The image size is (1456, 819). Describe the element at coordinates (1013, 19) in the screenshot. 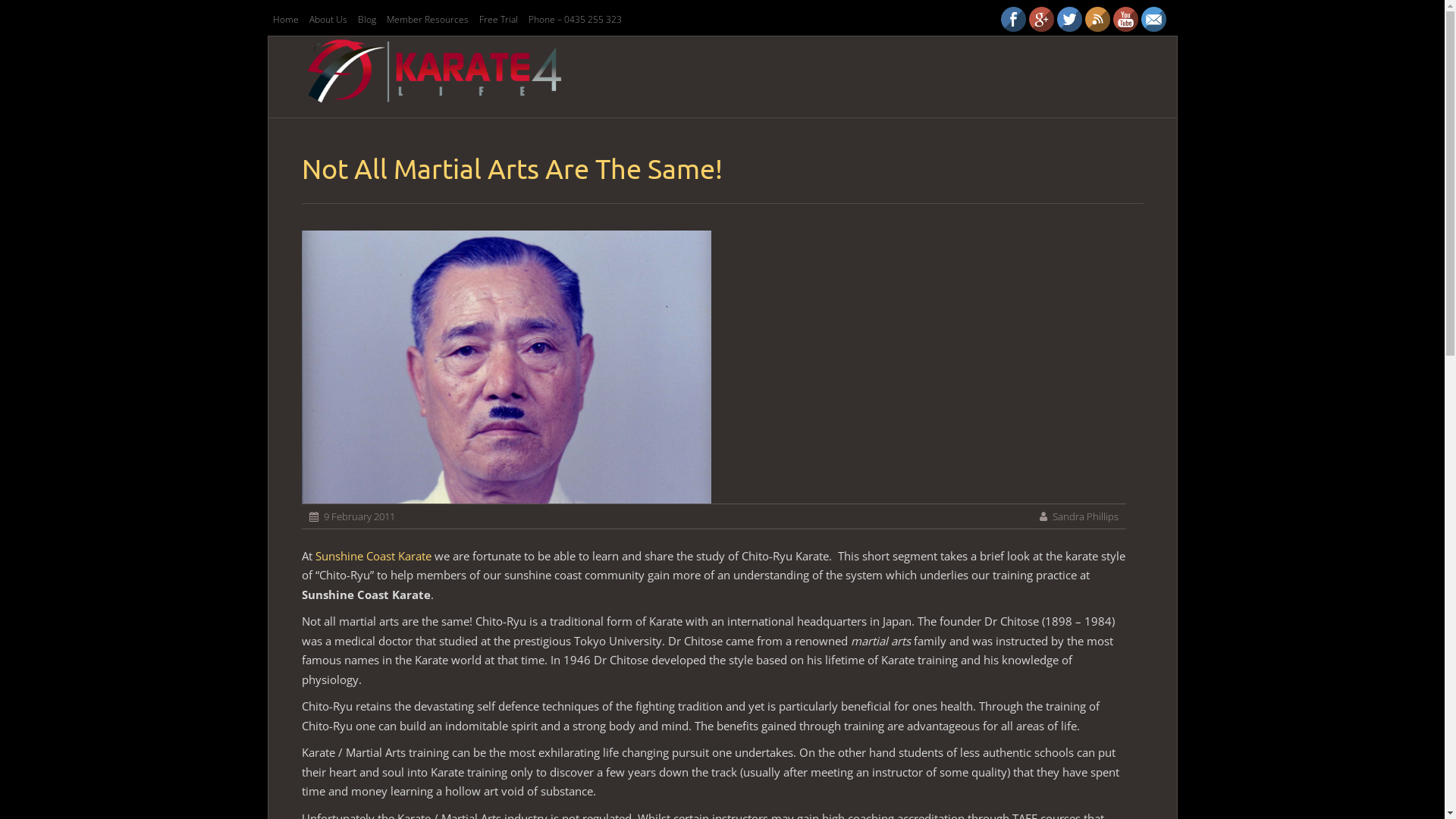

I see `'Facebook'` at that location.